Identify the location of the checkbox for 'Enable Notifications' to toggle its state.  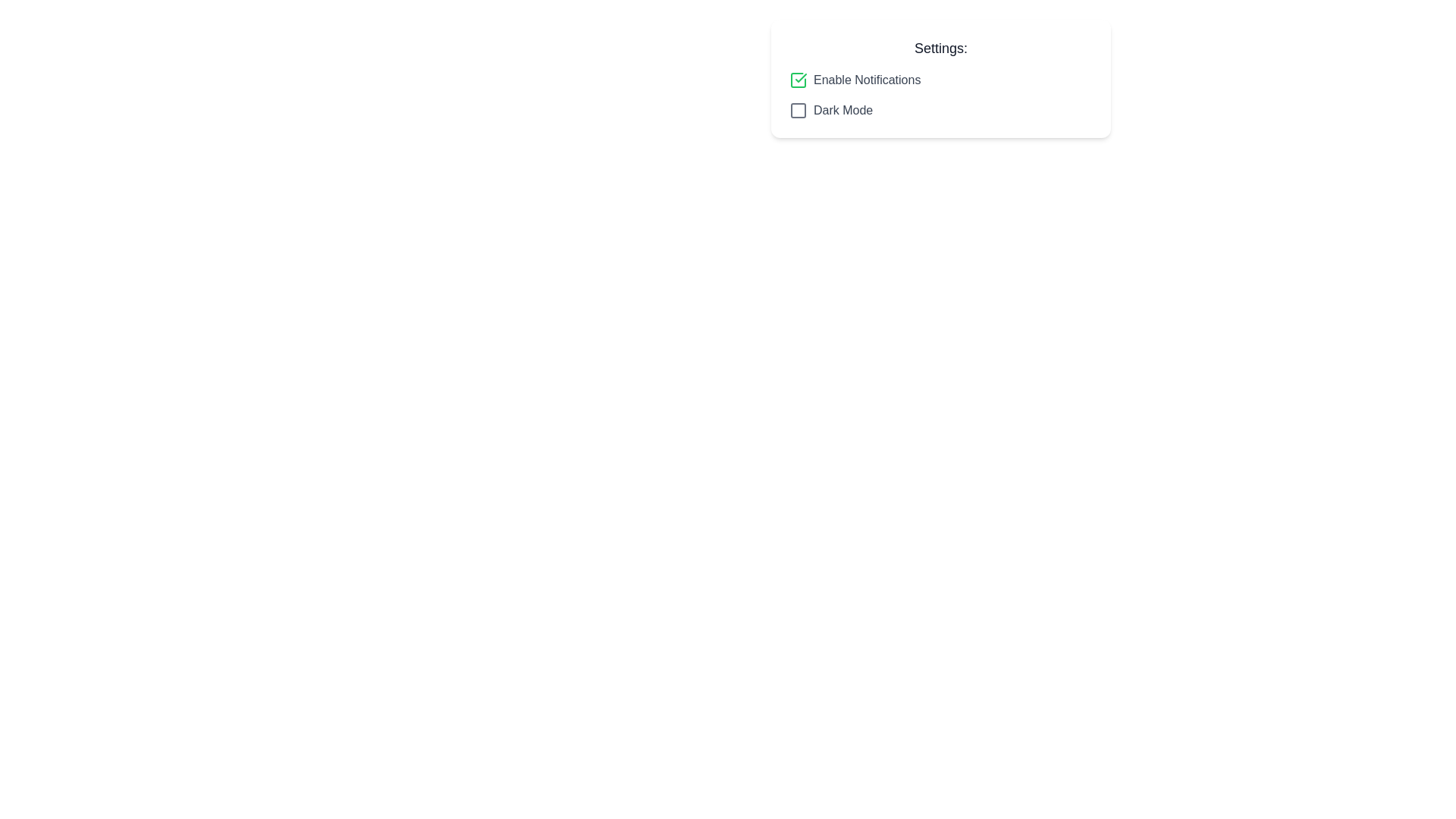
(797, 80).